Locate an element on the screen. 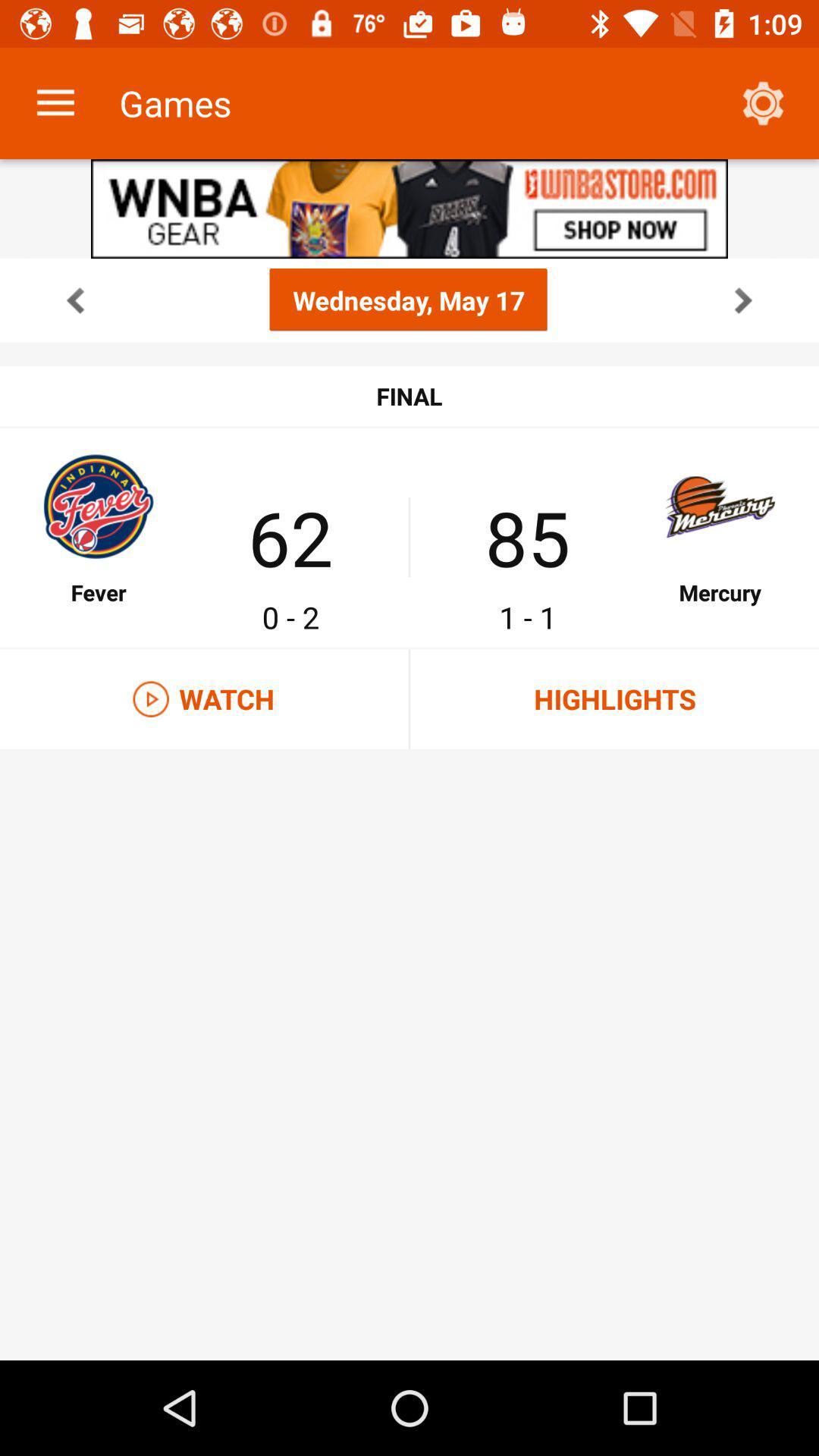 Image resolution: width=819 pixels, height=1456 pixels. the advertisement is located at coordinates (409, 208).